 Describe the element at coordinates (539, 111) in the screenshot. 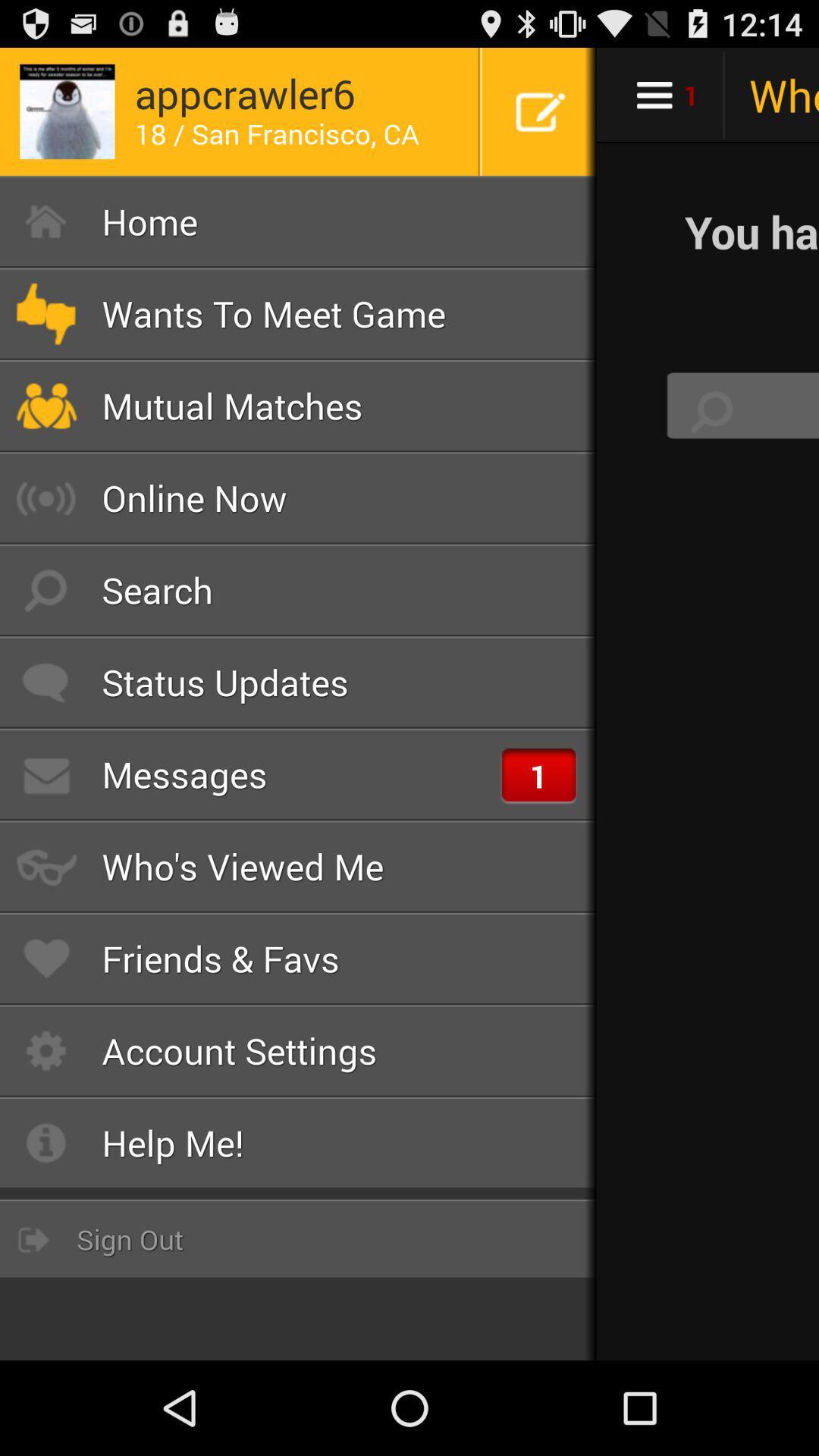

I see `icon at the top right corner` at that location.